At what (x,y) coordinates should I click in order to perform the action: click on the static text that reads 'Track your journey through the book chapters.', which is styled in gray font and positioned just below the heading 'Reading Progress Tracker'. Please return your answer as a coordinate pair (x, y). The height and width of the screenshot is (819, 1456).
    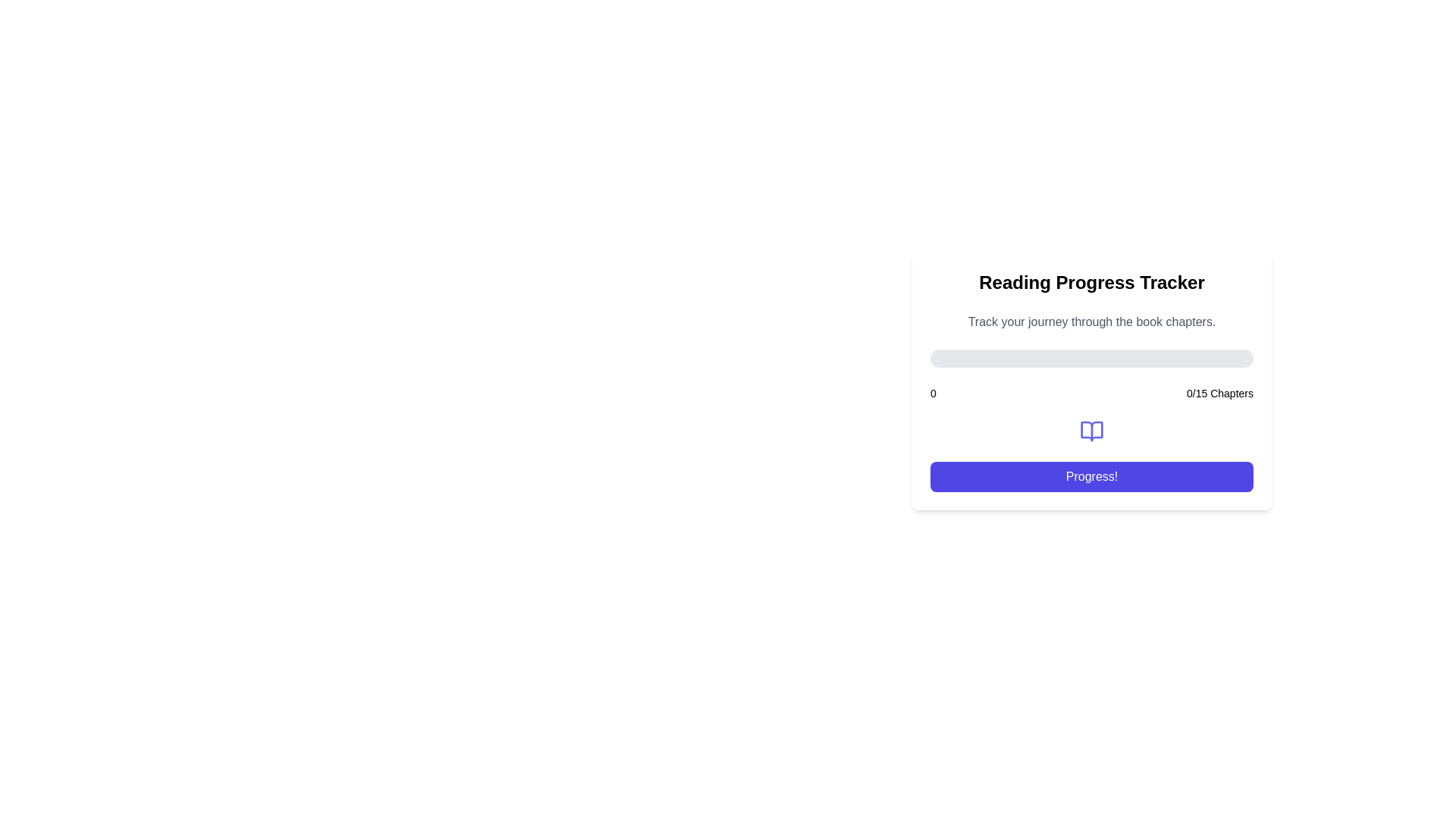
    Looking at the image, I should click on (1092, 321).